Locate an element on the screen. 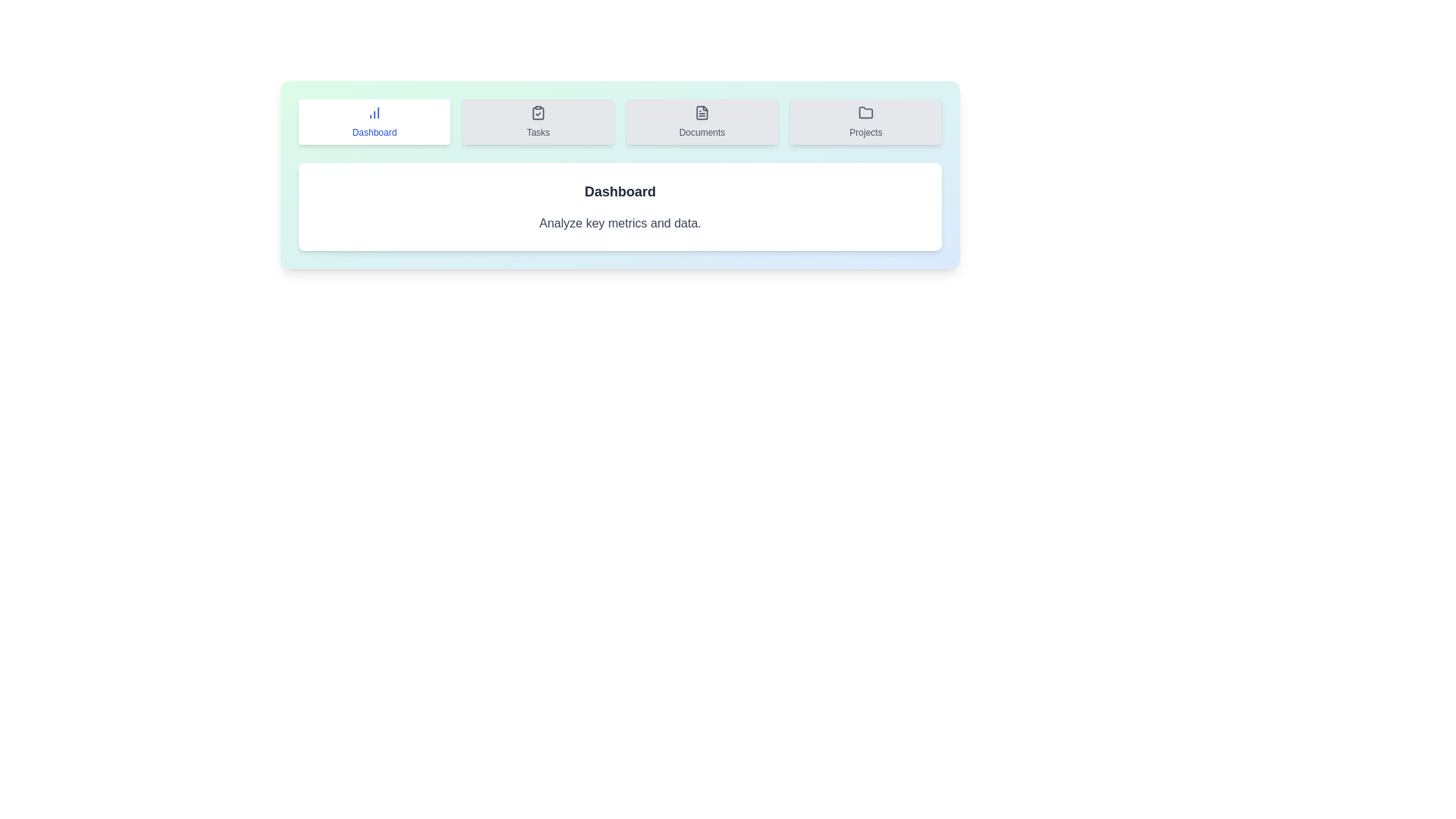  the tab labeled Dashboard is located at coordinates (375, 121).